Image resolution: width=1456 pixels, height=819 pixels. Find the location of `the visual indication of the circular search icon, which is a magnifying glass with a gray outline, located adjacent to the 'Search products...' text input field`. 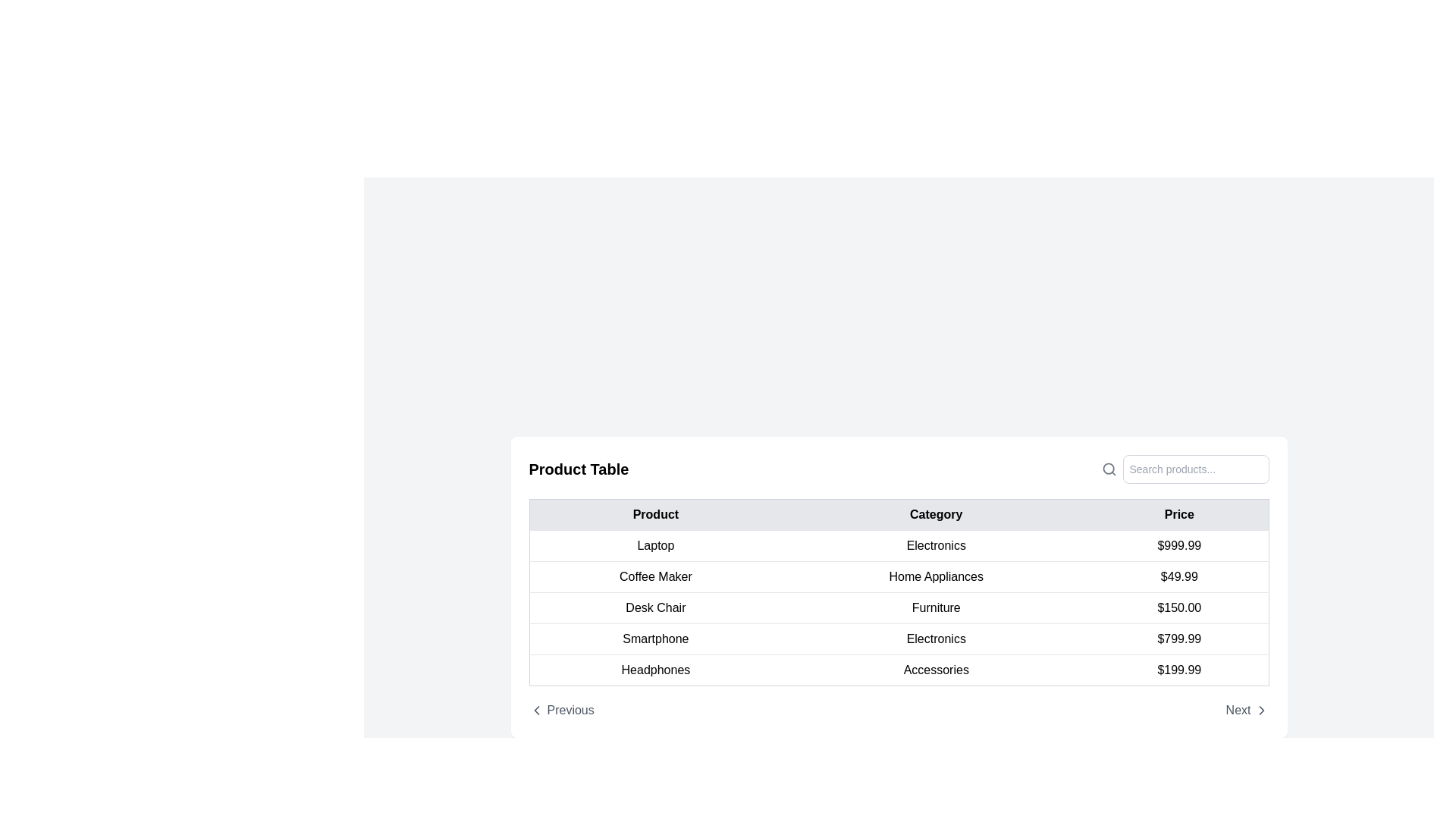

the visual indication of the circular search icon, which is a magnifying glass with a gray outline, located adjacent to the 'Search products...' text input field is located at coordinates (1109, 468).